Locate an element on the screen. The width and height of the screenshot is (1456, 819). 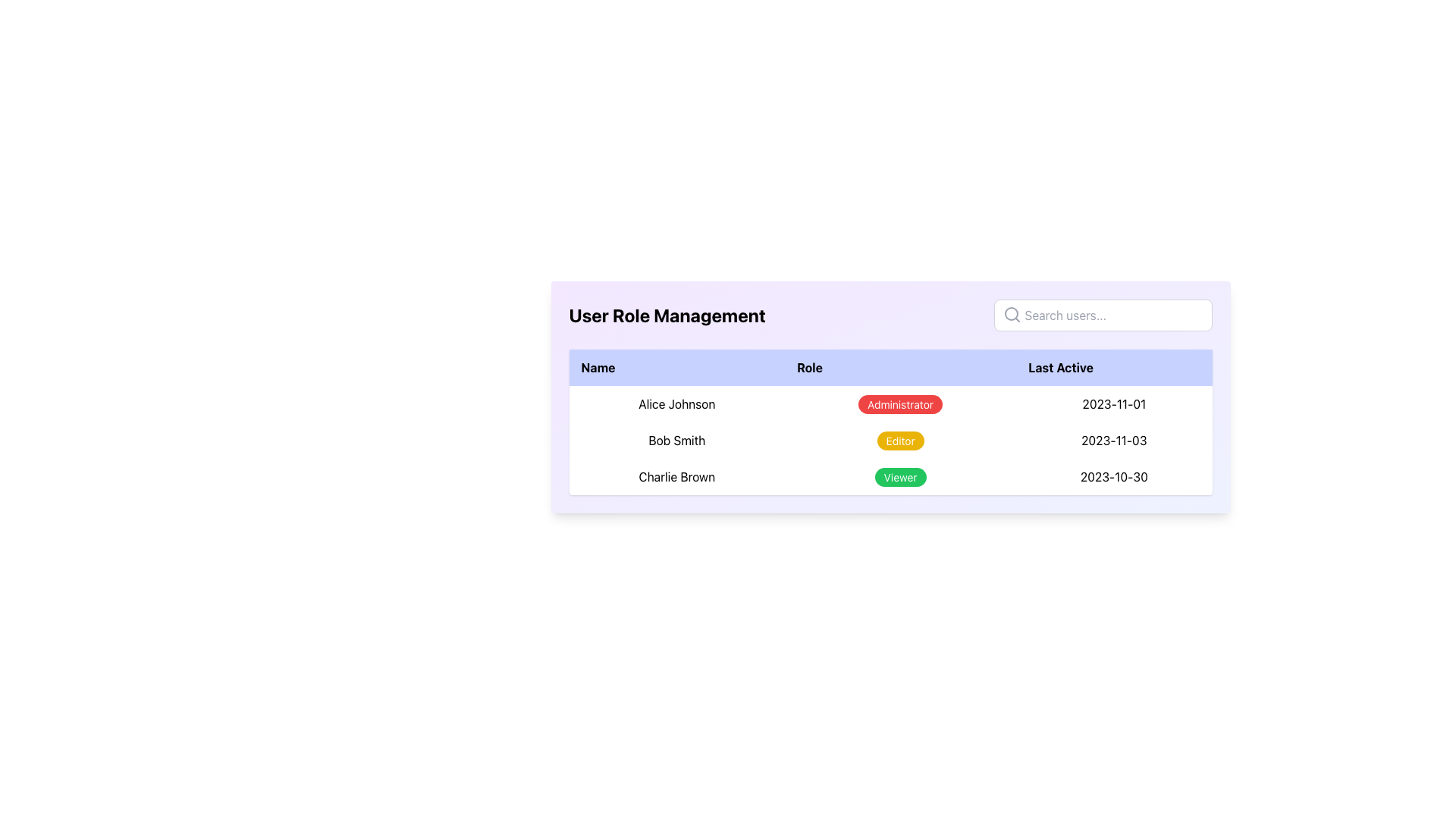
the text header displaying 'Charlie Brown' in the 'Name' column of the 'User Role Management' table, which is the third item in the list is located at coordinates (676, 475).